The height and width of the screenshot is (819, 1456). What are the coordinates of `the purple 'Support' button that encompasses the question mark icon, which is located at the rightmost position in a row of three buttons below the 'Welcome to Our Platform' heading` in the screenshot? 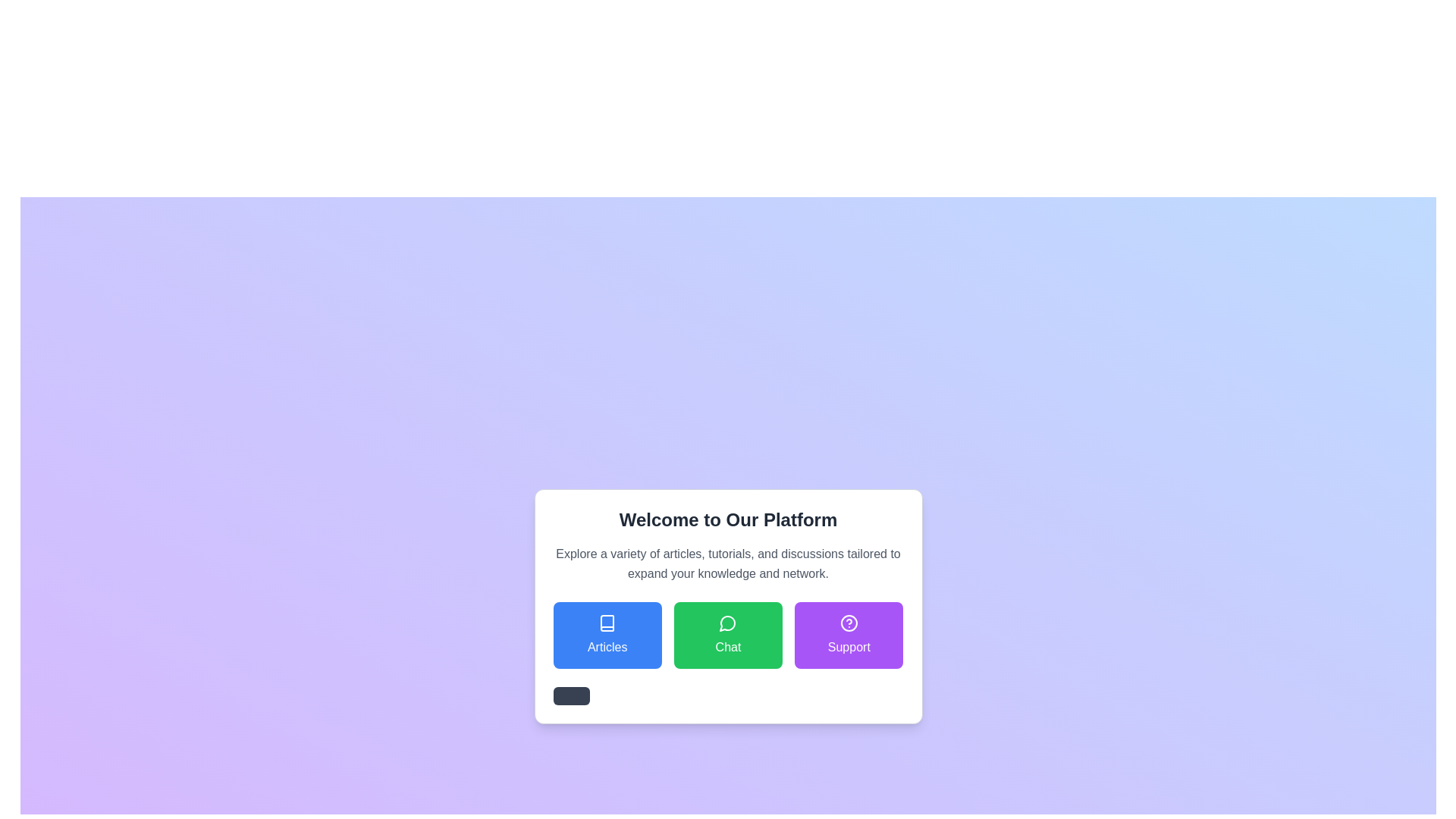 It's located at (848, 623).